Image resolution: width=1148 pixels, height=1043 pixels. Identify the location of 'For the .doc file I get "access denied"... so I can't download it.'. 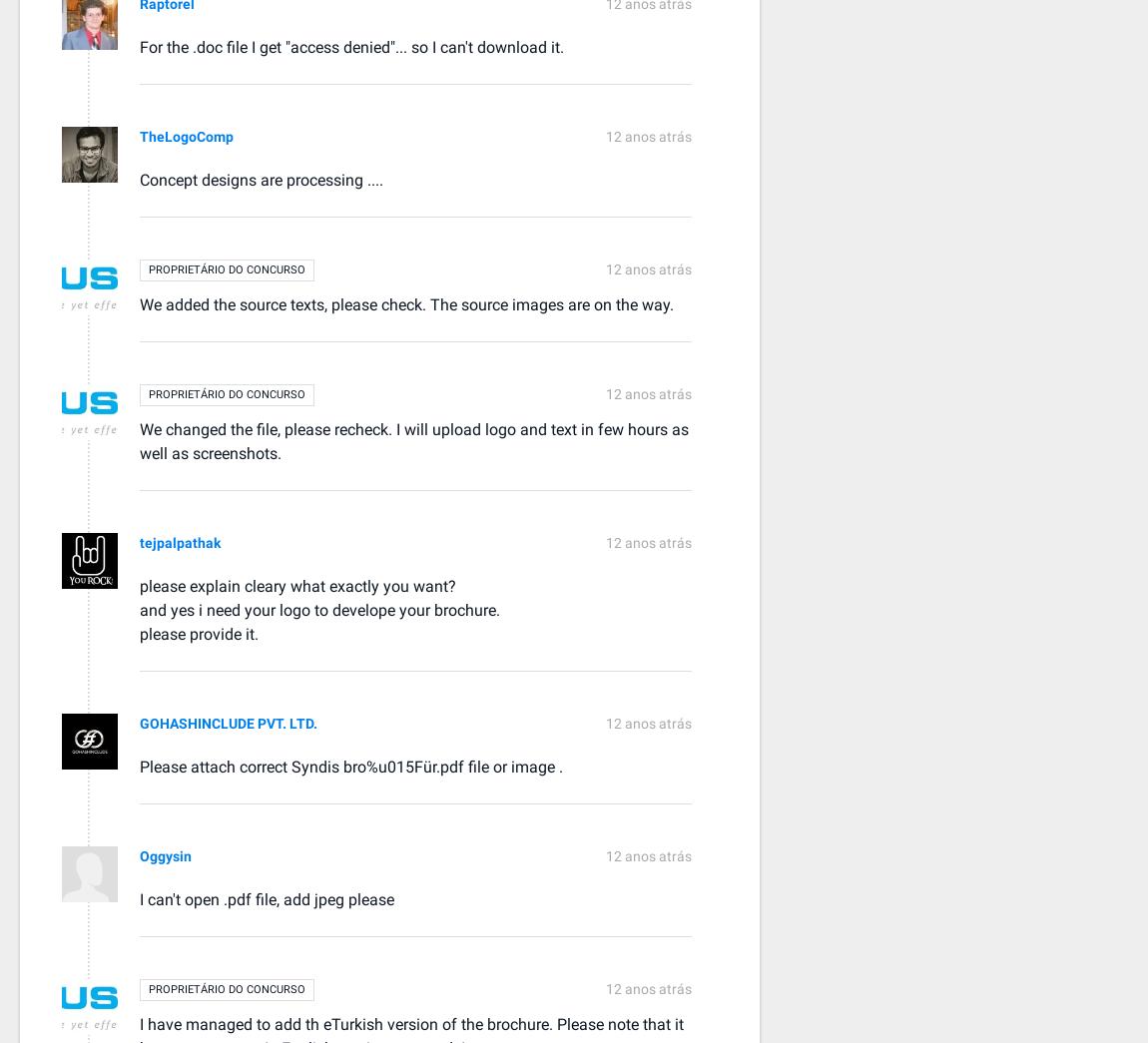
(351, 45).